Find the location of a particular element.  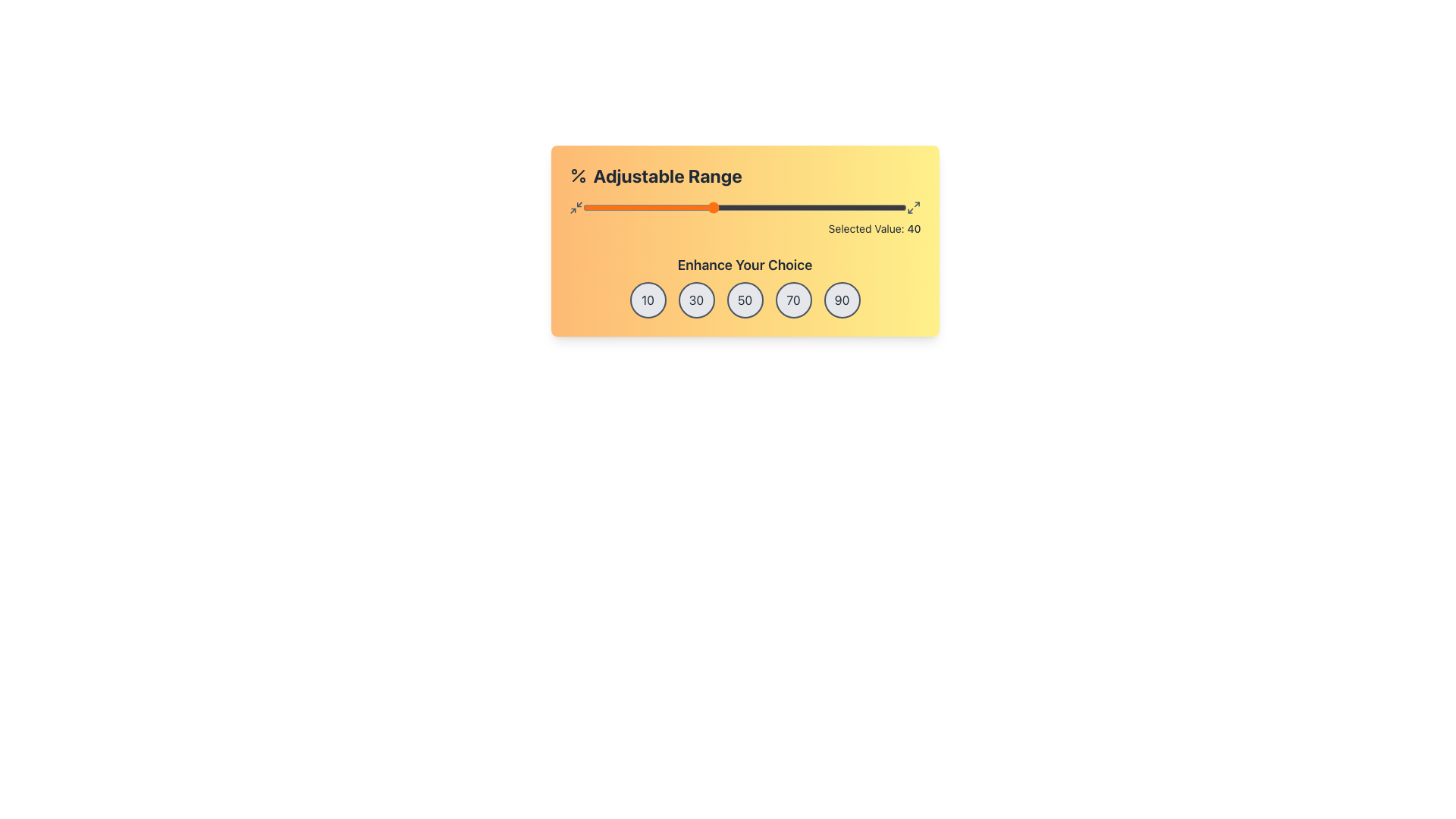

the visually styled percent icon located at the top-left corner of the header bar, immediately to the left of the text 'Adjustable Range' is located at coordinates (577, 174).